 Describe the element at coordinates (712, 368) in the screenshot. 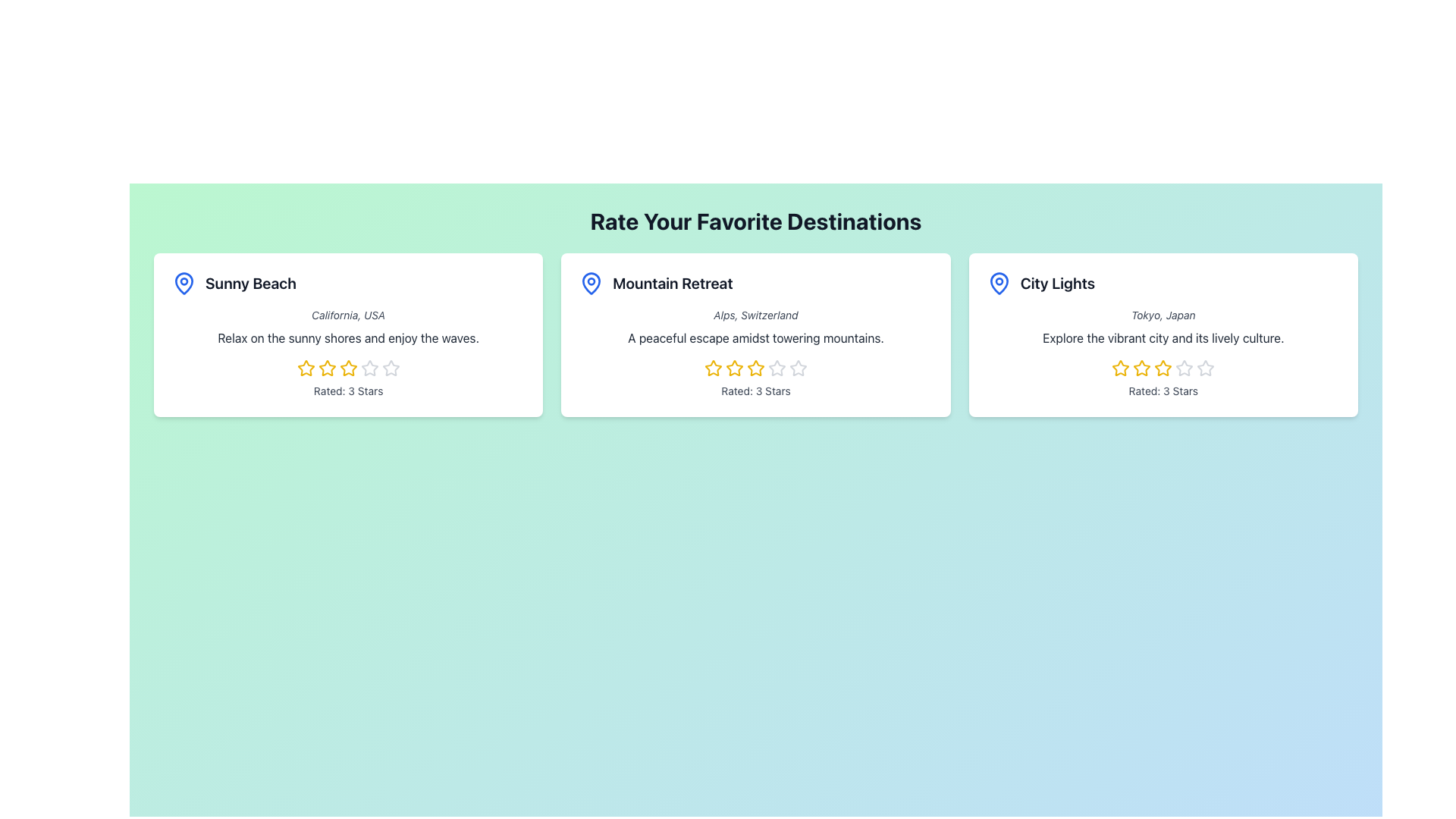

I see `the first hollow star-shaped icon in the five-star rating system under the 'Mountain Retreat' card, which is styled in yellow and has a hollow center` at that location.